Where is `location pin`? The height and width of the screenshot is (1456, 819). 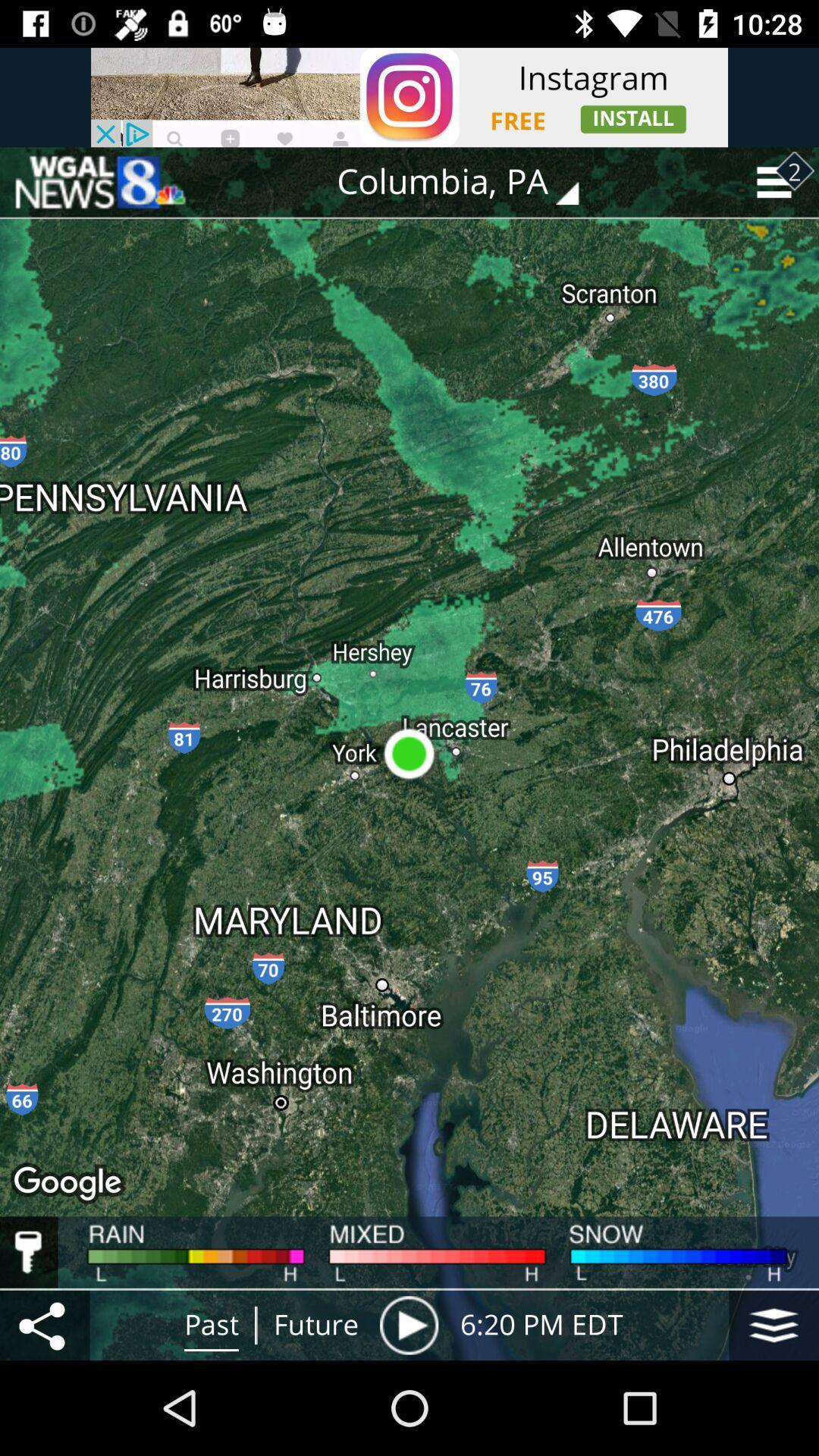
location pin is located at coordinates (408, 1324).